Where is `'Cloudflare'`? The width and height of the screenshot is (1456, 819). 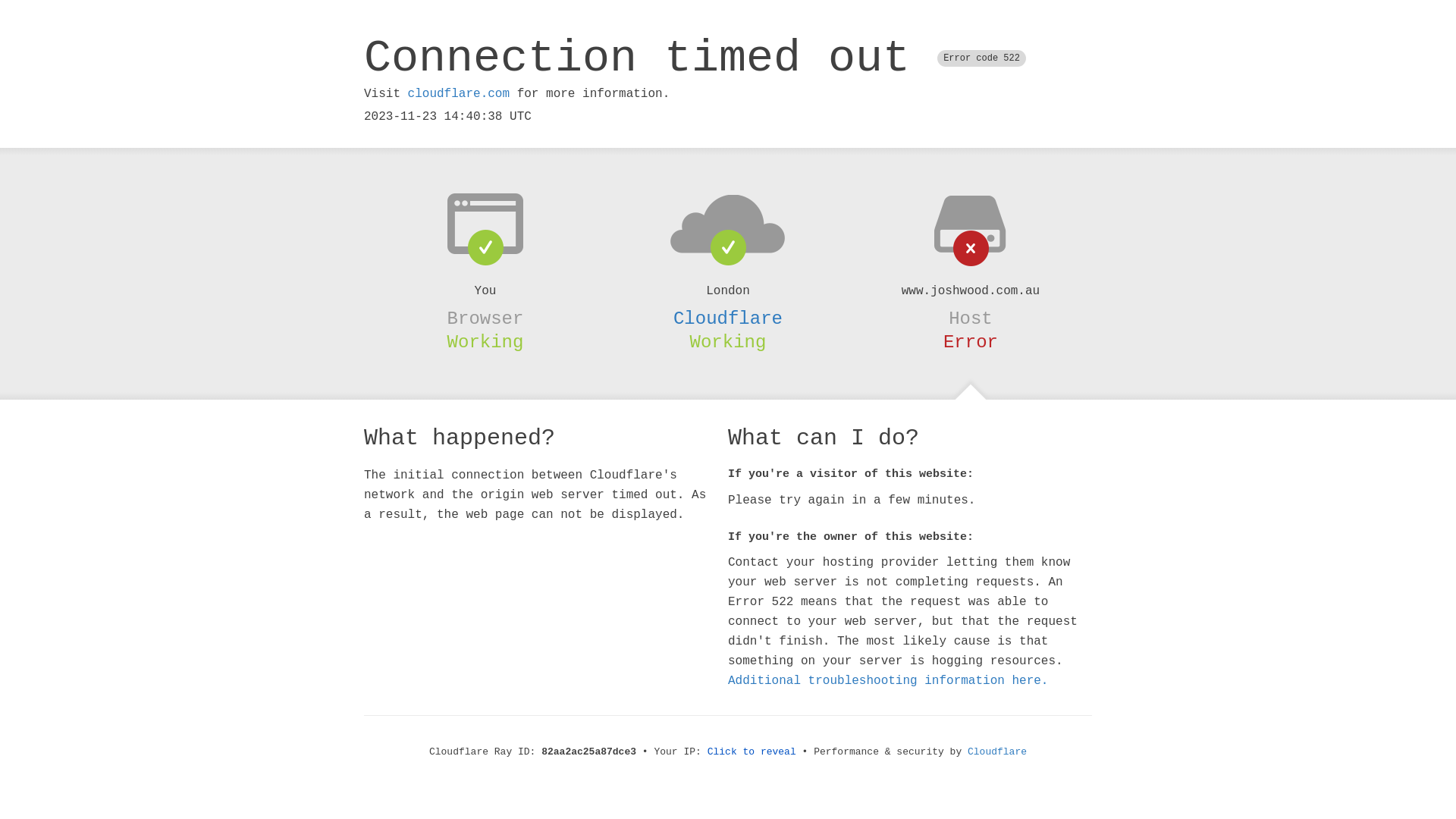
'Cloudflare' is located at coordinates (673, 318).